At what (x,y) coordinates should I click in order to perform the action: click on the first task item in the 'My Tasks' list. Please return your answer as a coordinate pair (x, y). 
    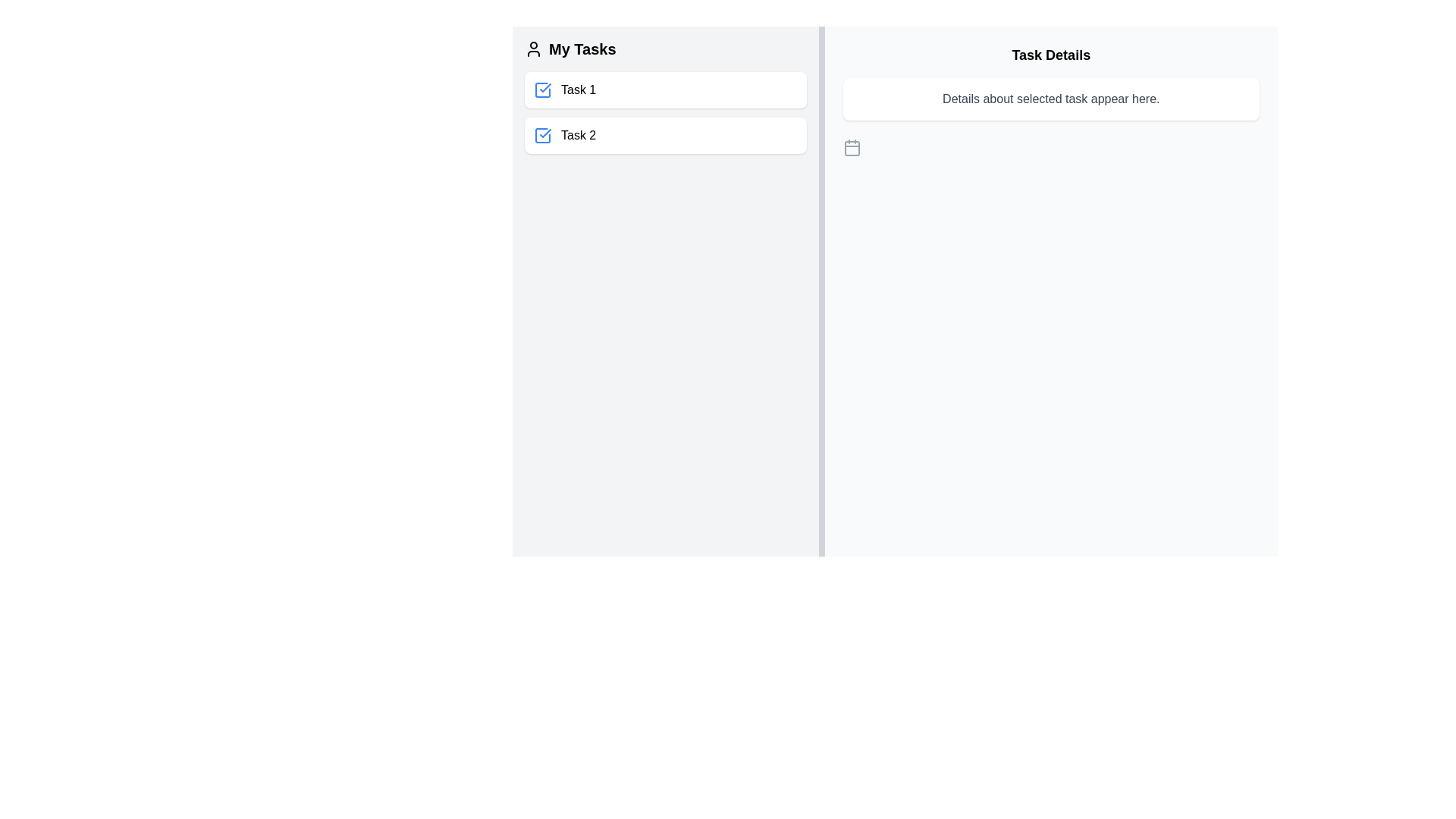
    Looking at the image, I should click on (665, 90).